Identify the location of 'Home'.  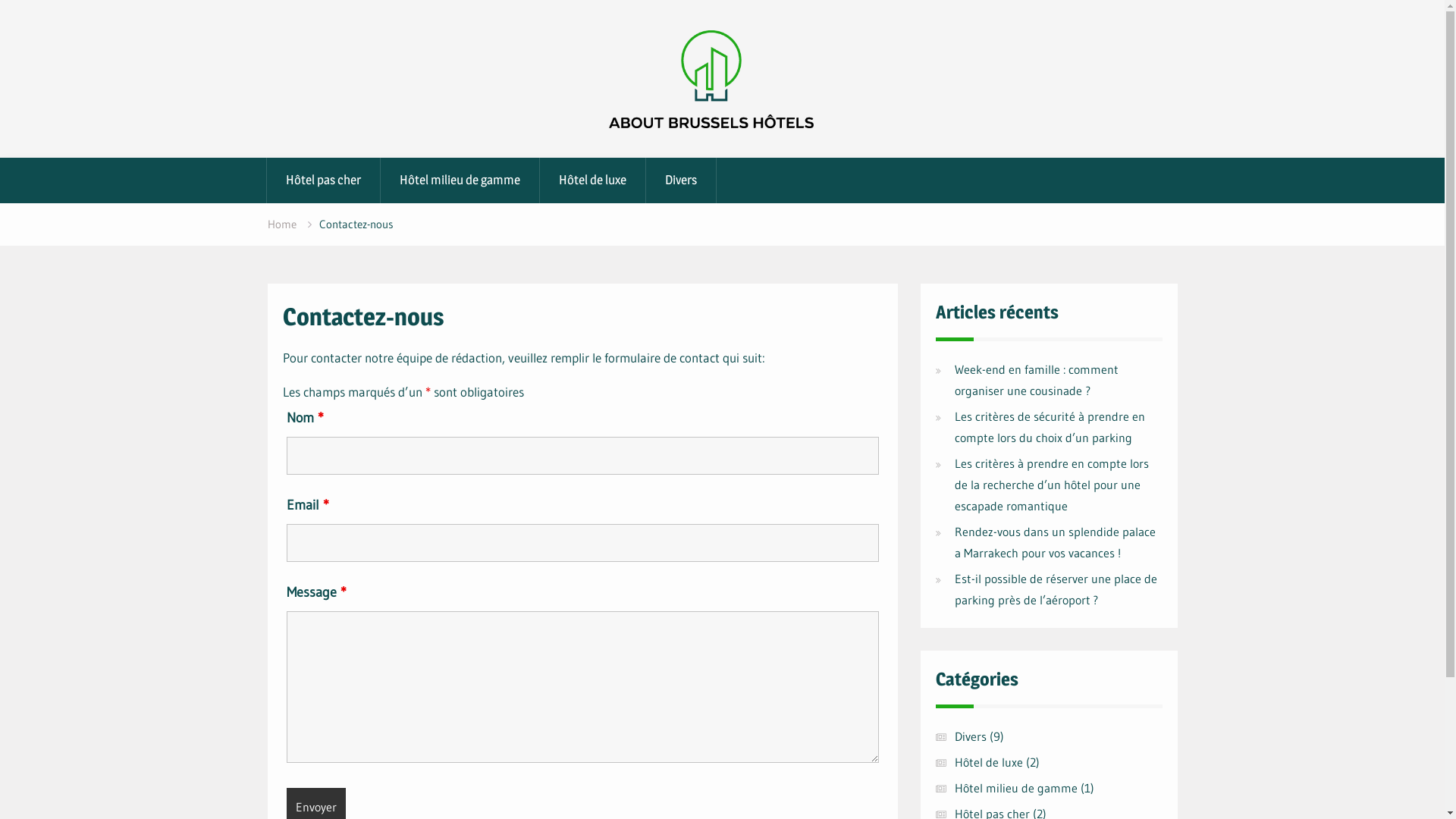
(281, 224).